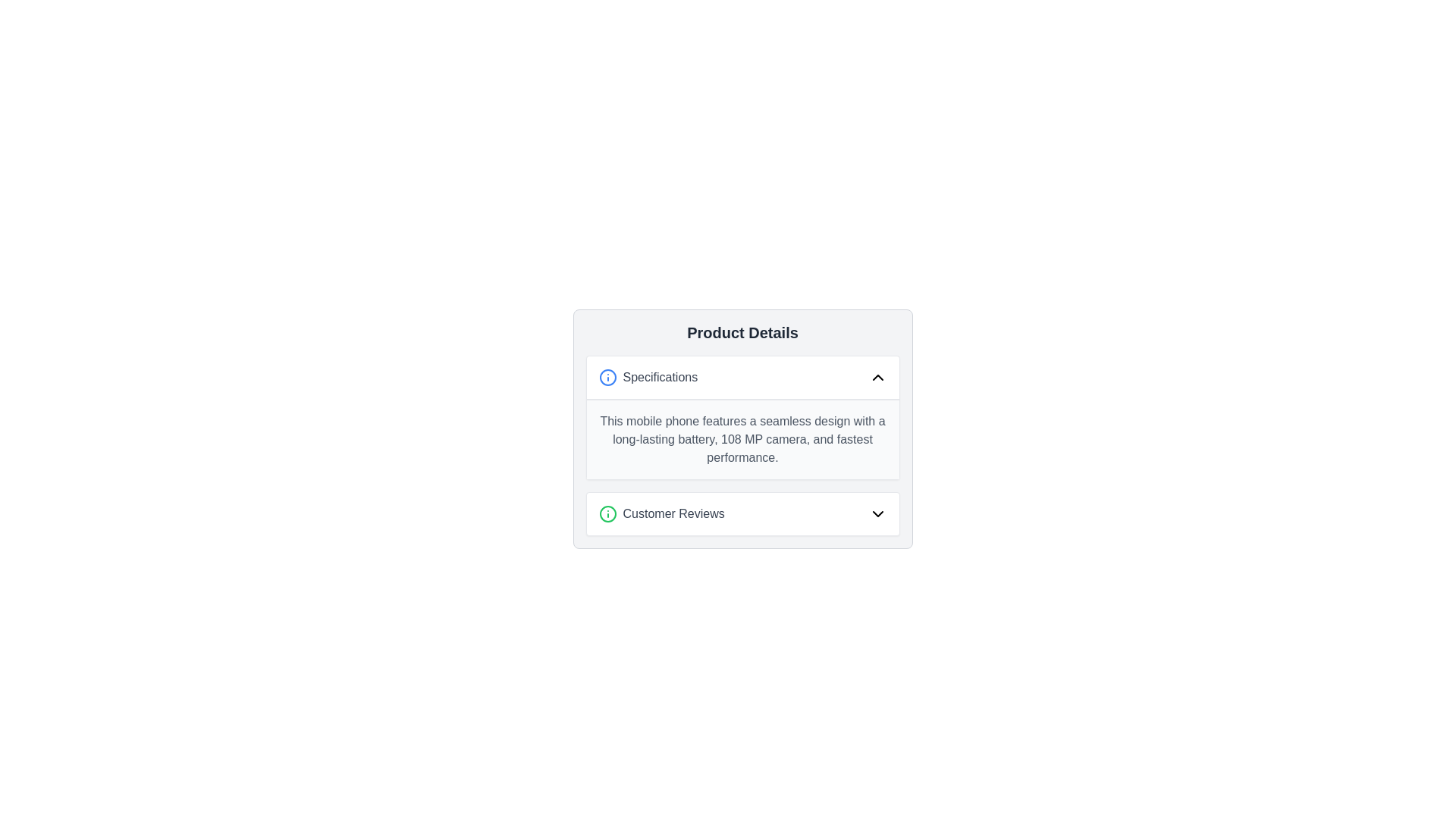 This screenshot has width=1456, height=819. What do you see at coordinates (742, 376) in the screenshot?
I see `the 'Specifications' Expandable Section Header` at bounding box center [742, 376].